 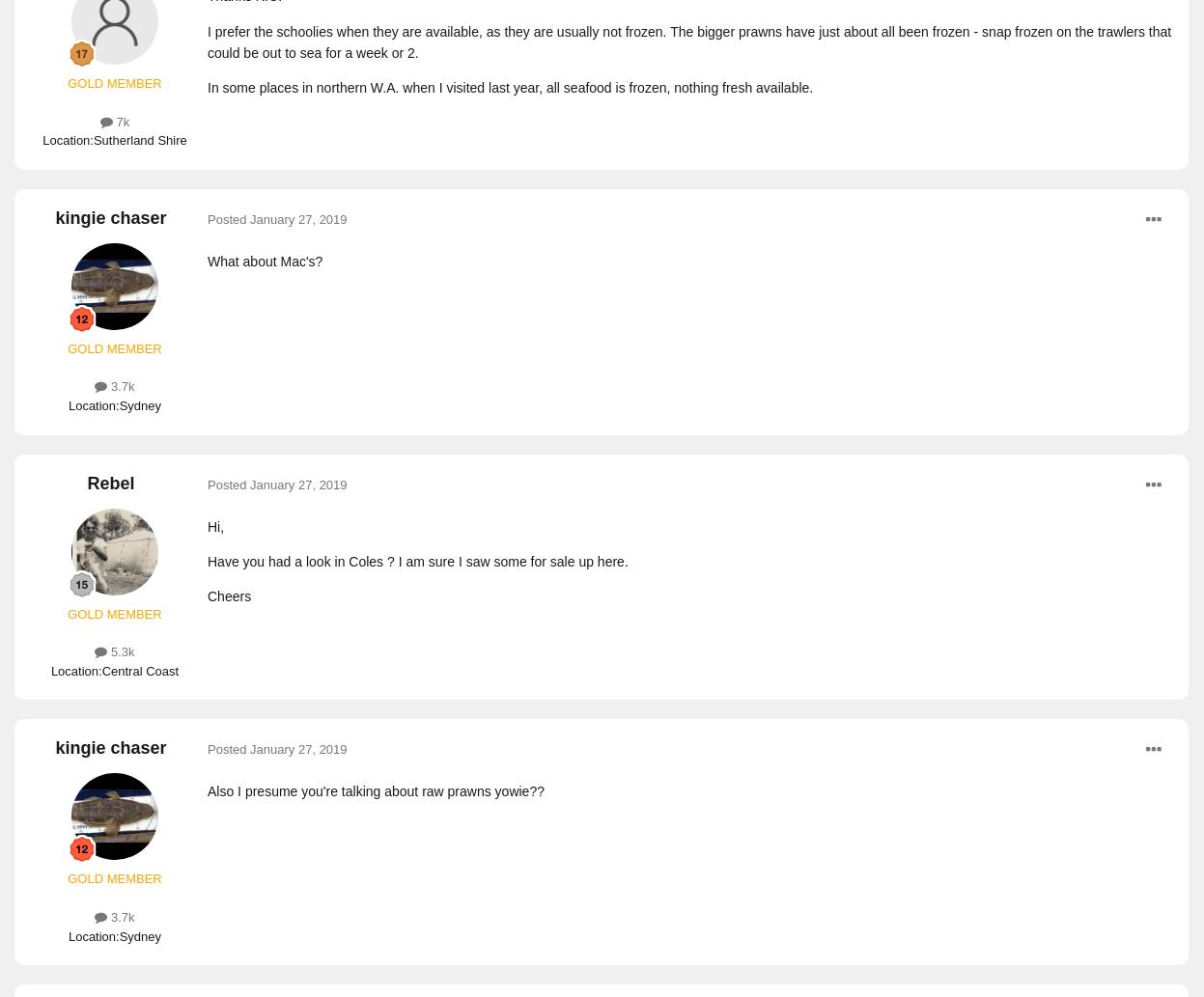 What do you see at coordinates (229, 595) in the screenshot?
I see `'Cheers'` at bounding box center [229, 595].